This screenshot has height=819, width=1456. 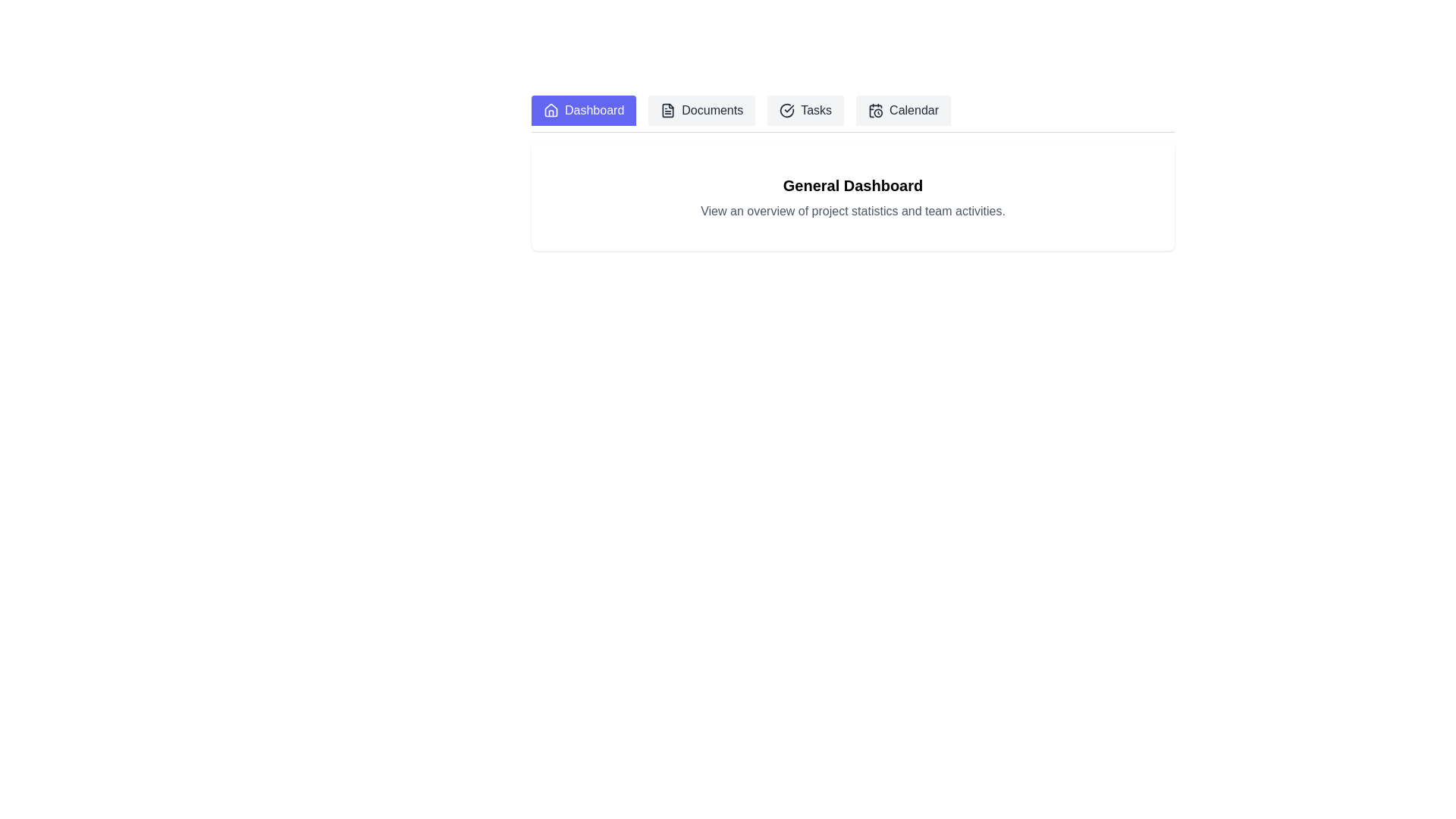 I want to click on the second navigation tab, so click(x=701, y=110).